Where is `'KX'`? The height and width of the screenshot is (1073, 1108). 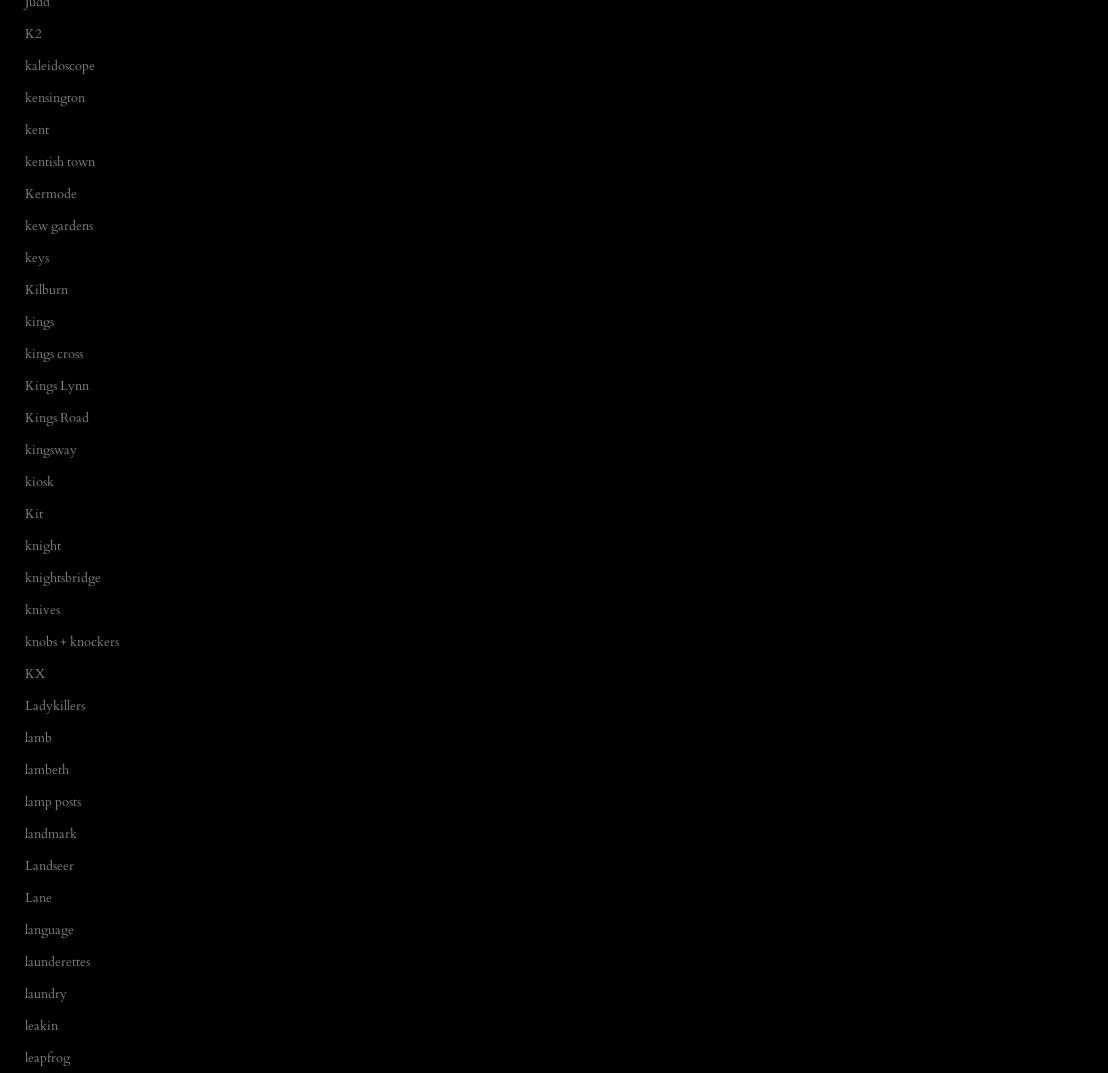
'KX' is located at coordinates (35, 672).